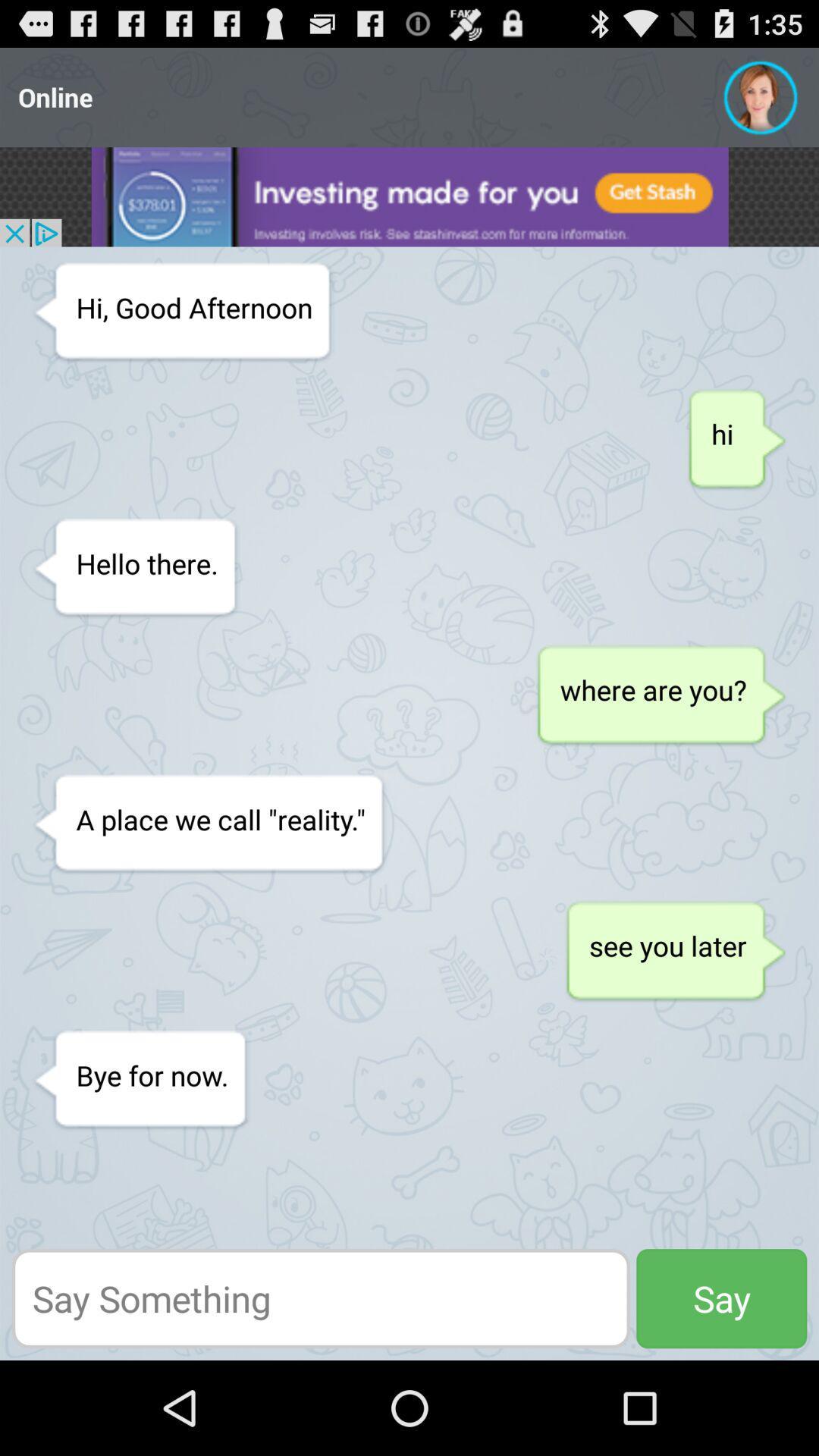 This screenshot has width=819, height=1456. Describe the element at coordinates (320, 1298) in the screenshot. I see `ask the command` at that location.